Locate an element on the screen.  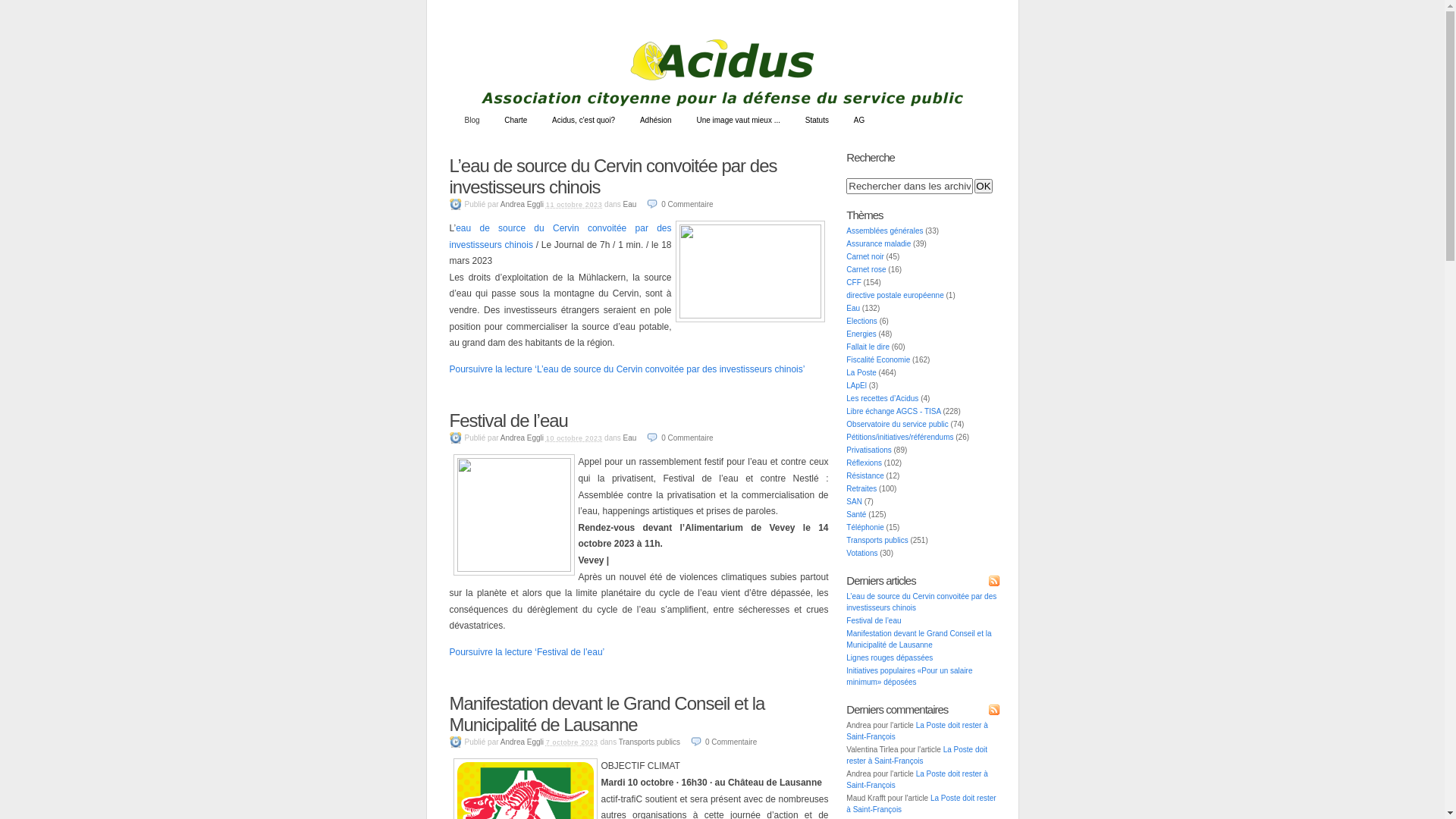
'Eau' is located at coordinates (629, 203).